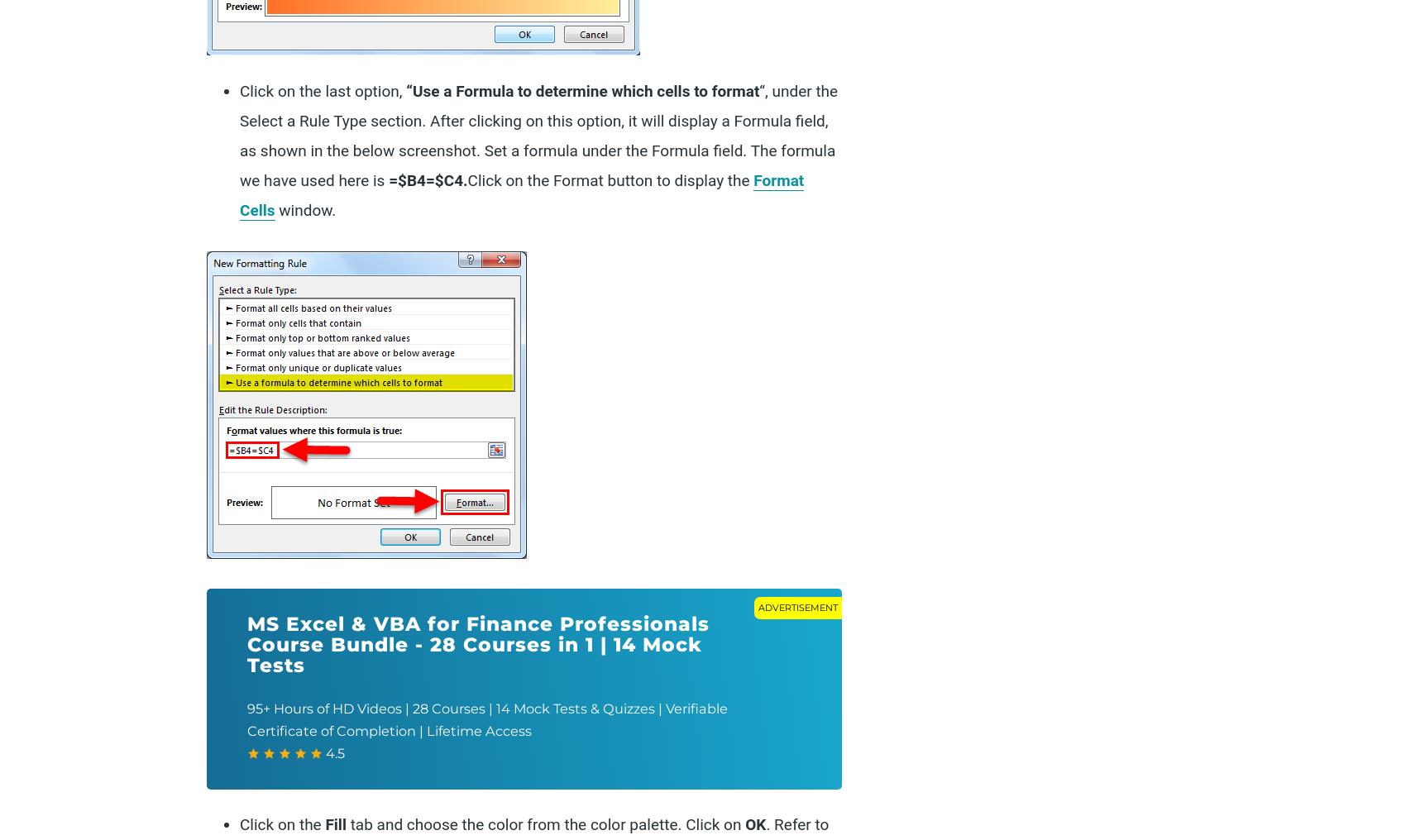 This screenshot has width=1406, height=840. I want to click on 'Click on the', so click(281, 824).